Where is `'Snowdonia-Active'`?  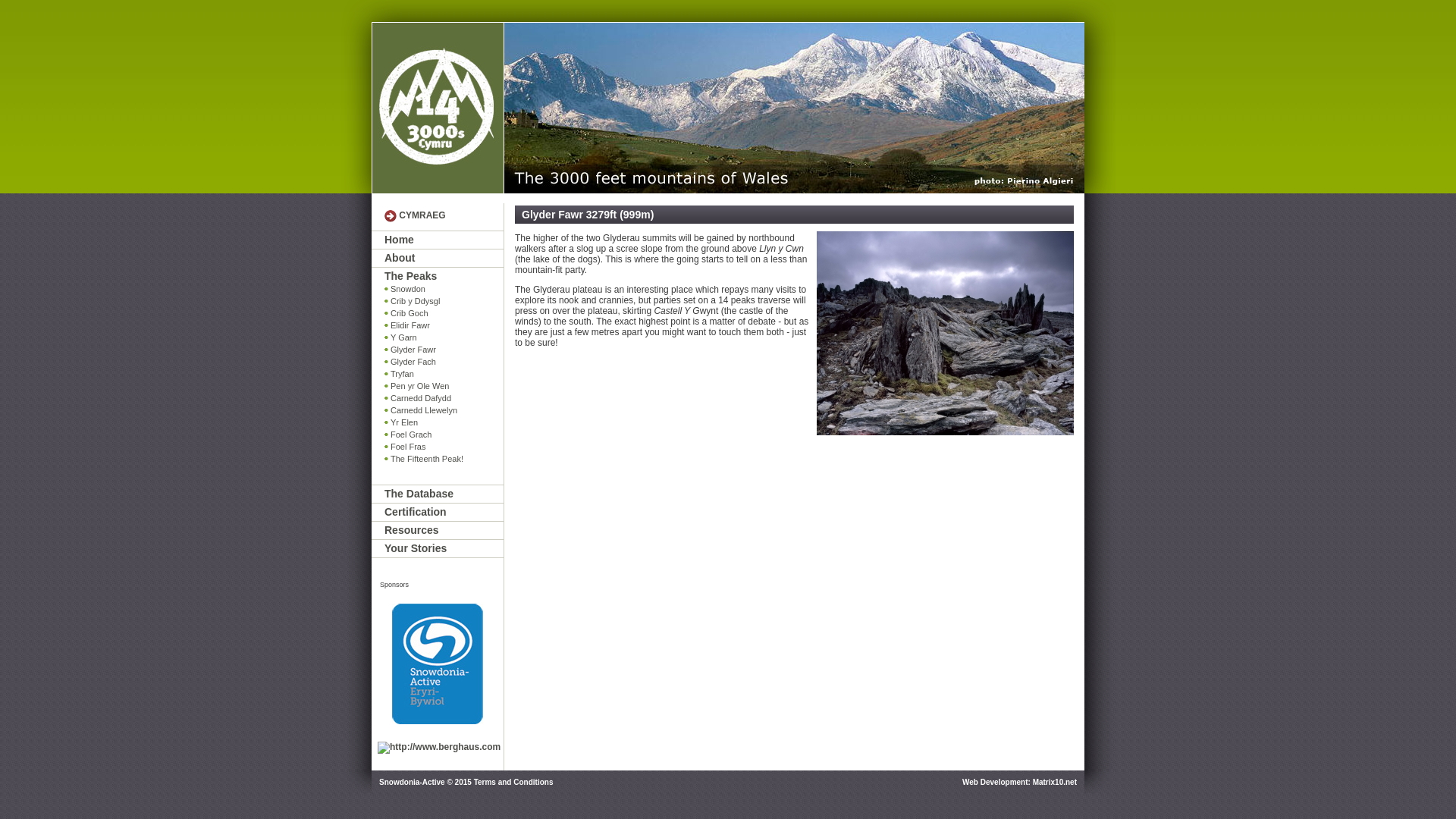 'Snowdonia-Active' is located at coordinates (436, 663).